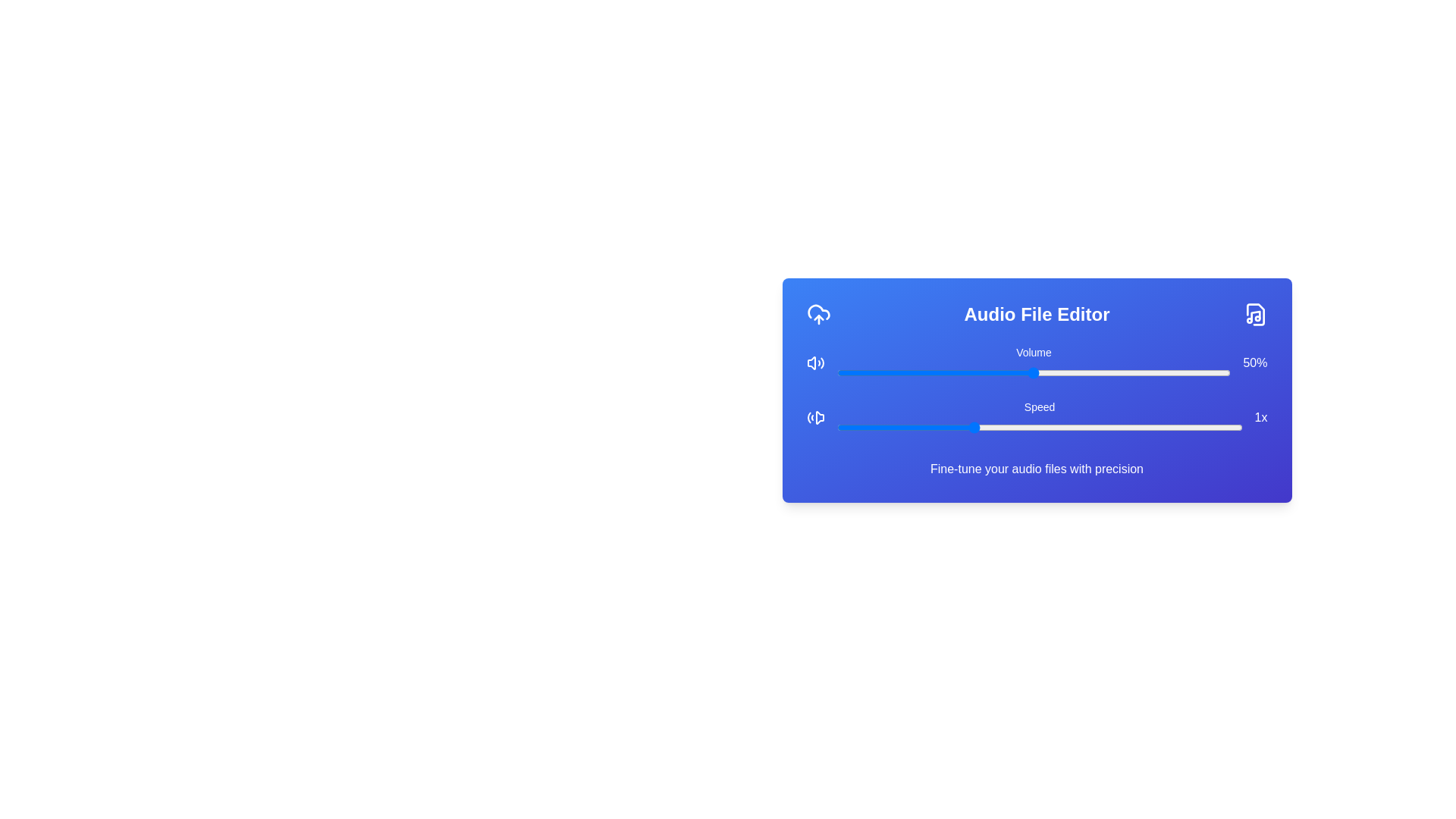 The width and height of the screenshot is (1456, 819). Describe the element at coordinates (971, 427) in the screenshot. I see `the speed slider to 1 value` at that location.